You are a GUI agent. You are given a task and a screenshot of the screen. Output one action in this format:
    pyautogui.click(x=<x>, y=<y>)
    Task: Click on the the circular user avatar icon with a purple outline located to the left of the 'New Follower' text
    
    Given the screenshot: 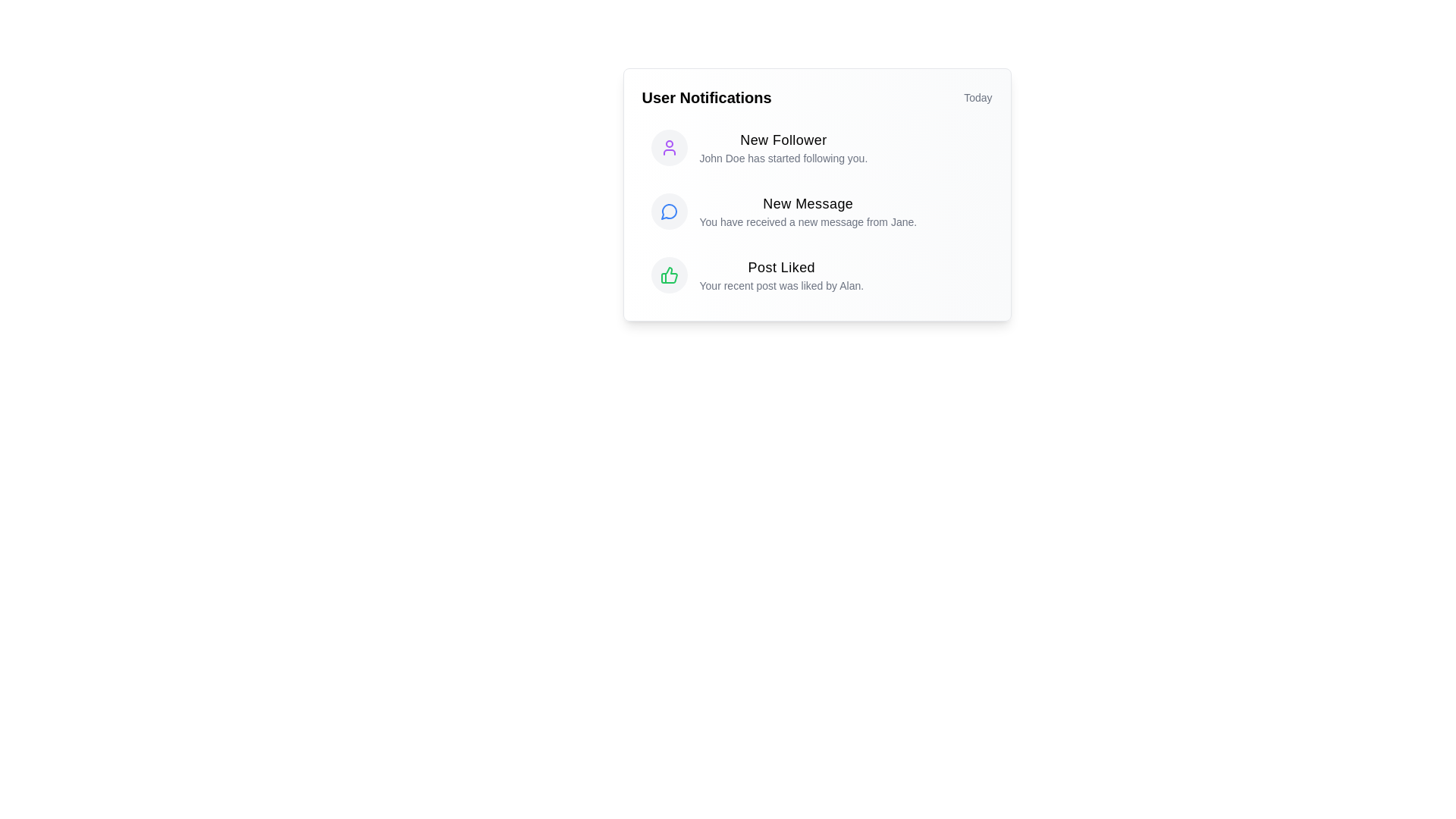 What is the action you would take?
    pyautogui.click(x=668, y=148)
    